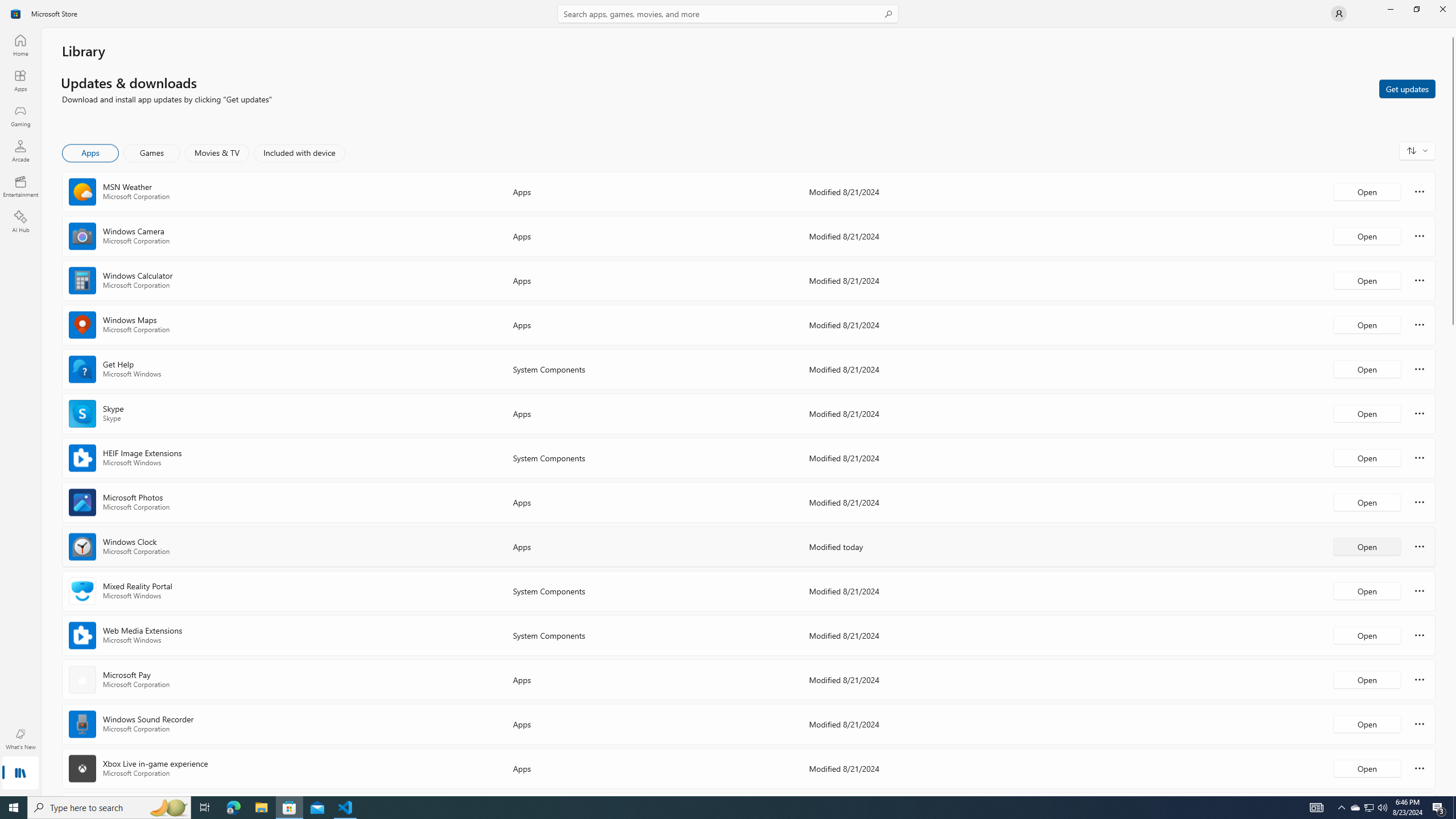  I want to click on 'Apps', so click(19, 80).